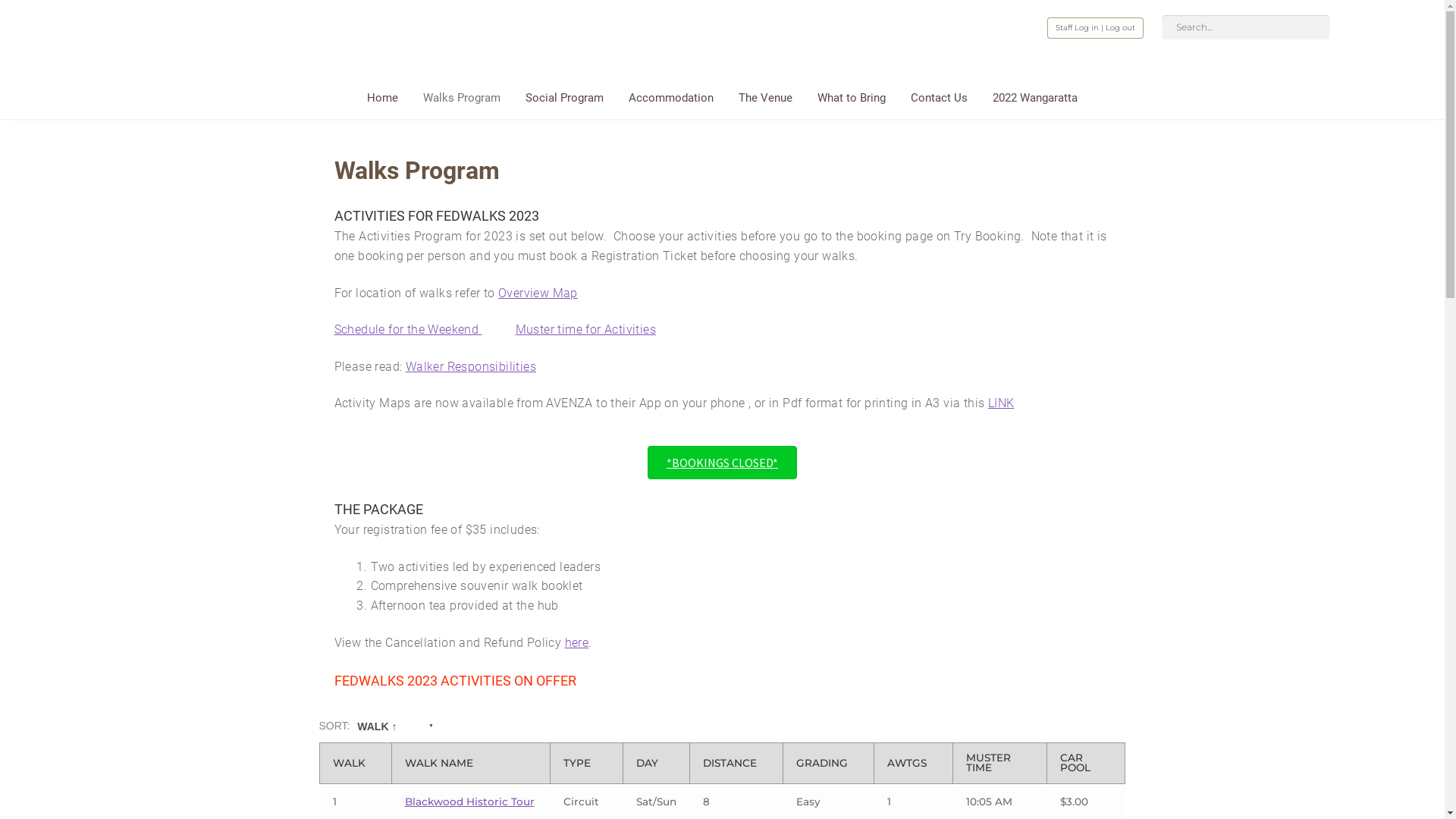  I want to click on 'WALK NAME', so click(470, 763).